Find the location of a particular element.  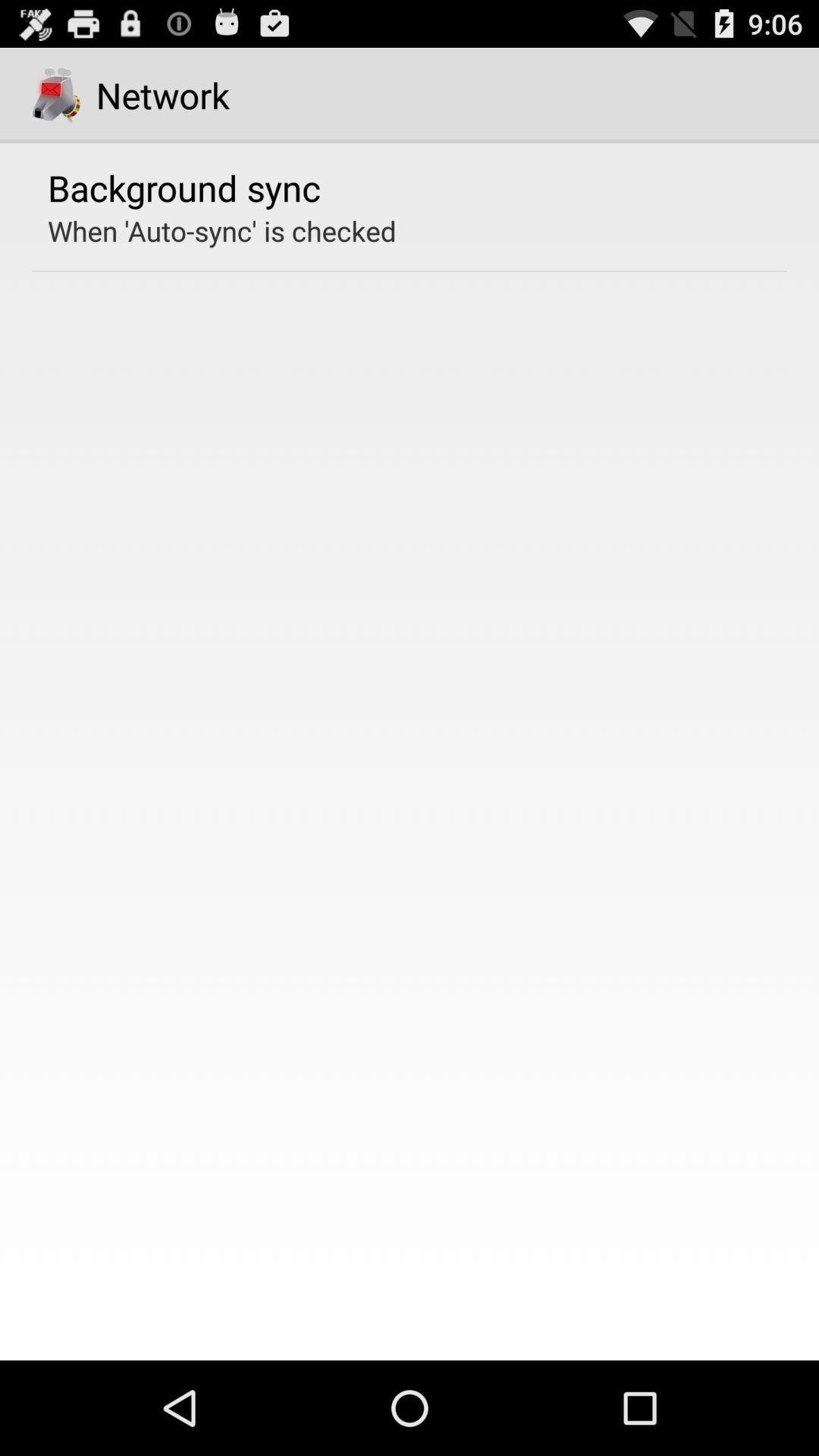

app above the when auto sync icon is located at coordinates (184, 187).